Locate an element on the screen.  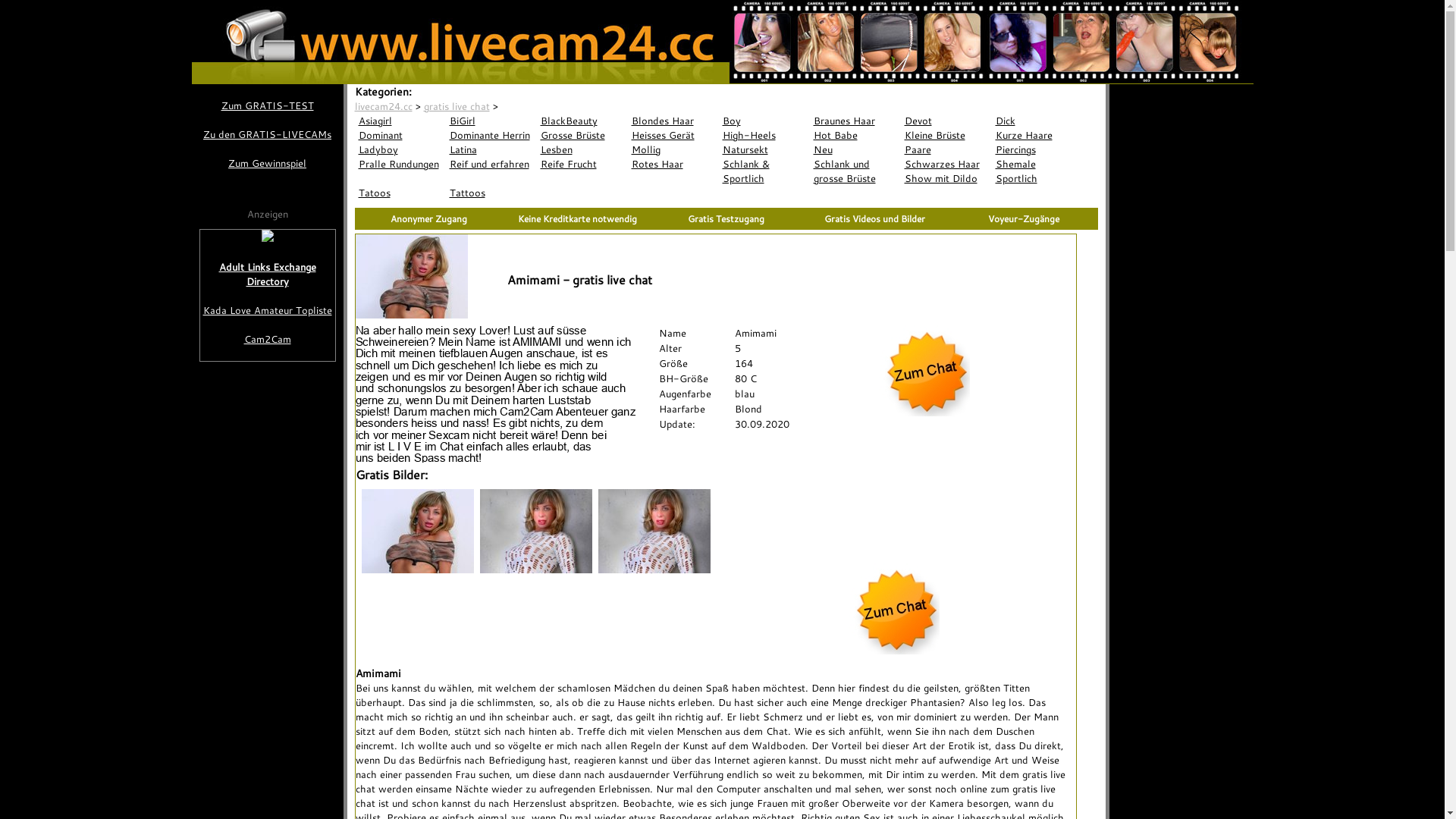
'Adult Links Exchange Directory' is located at coordinates (268, 275).